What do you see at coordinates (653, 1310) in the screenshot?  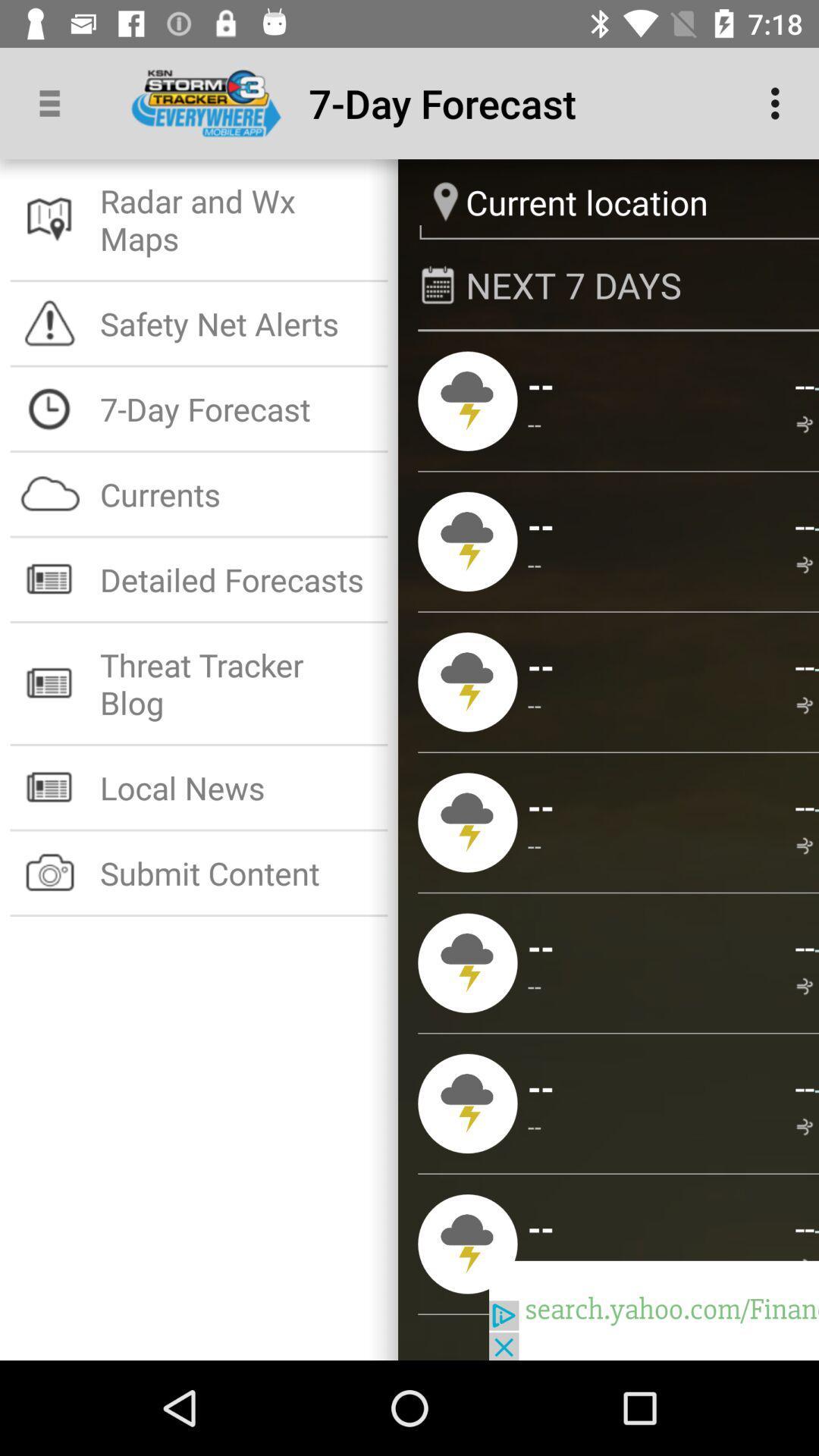 I see `search` at bounding box center [653, 1310].